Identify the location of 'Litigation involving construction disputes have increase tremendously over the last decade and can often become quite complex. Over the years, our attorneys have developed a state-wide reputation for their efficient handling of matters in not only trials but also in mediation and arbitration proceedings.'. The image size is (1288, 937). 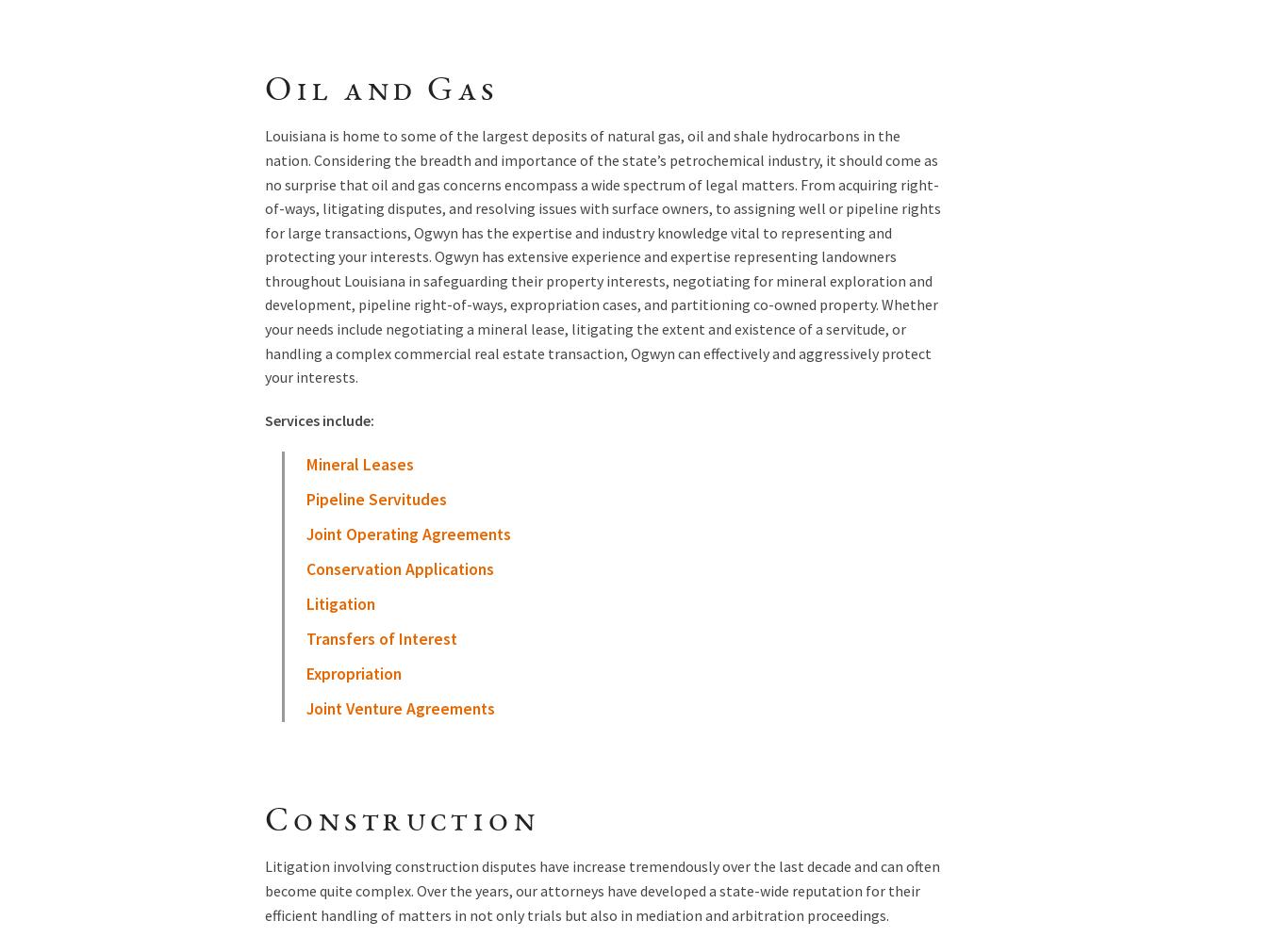
(602, 890).